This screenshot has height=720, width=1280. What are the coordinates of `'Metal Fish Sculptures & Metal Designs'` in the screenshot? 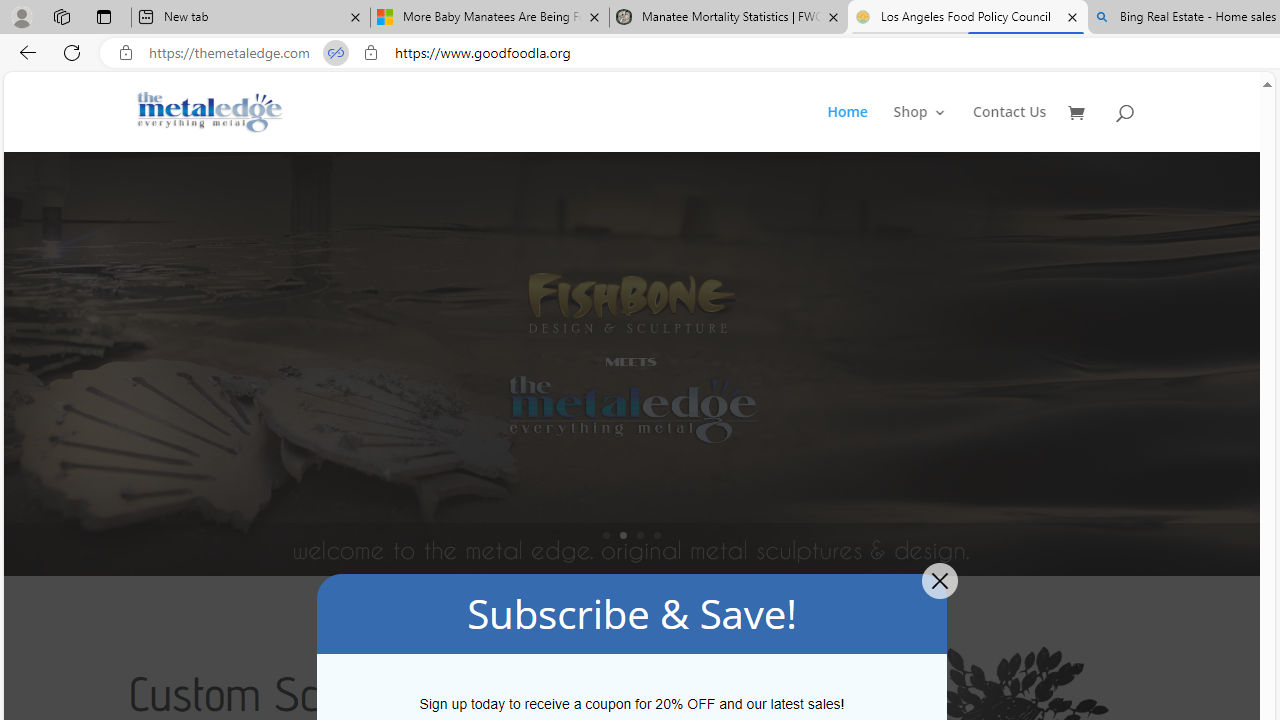 It's located at (210, 111).